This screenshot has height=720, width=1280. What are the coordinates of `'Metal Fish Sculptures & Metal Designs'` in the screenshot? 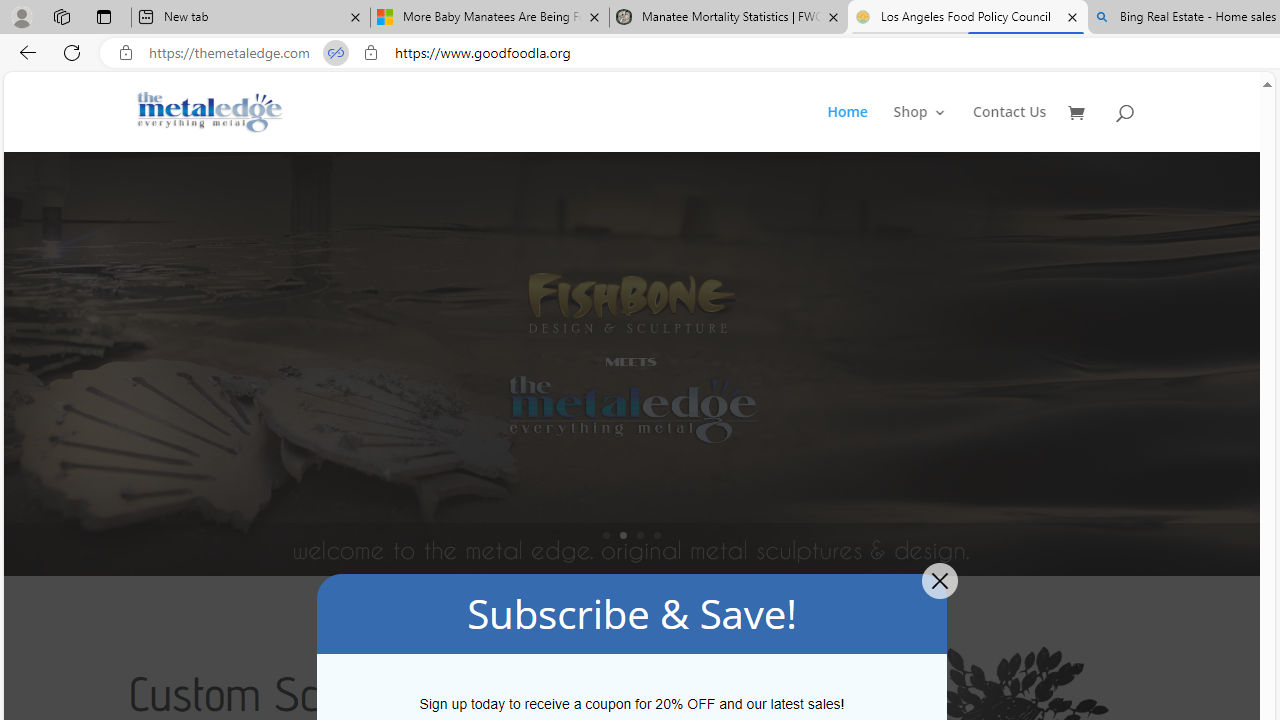 It's located at (210, 111).